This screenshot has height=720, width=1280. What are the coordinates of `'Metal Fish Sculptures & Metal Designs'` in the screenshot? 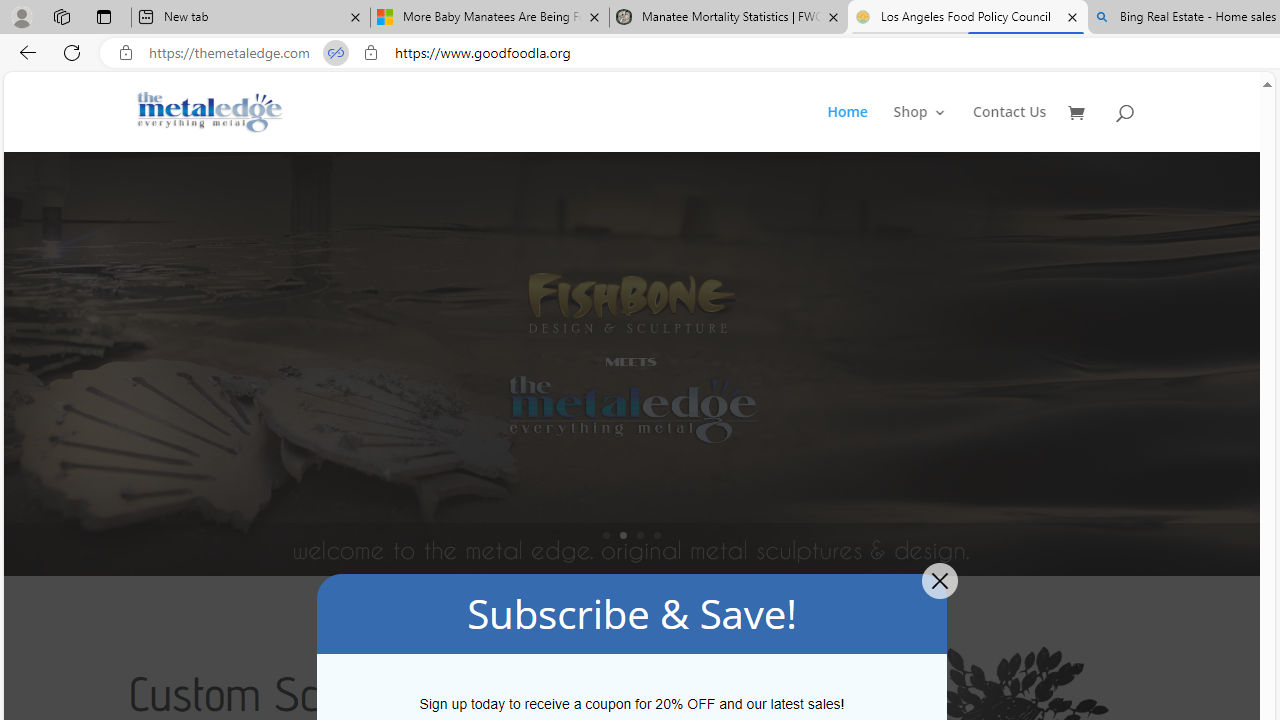 It's located at (210, 111).